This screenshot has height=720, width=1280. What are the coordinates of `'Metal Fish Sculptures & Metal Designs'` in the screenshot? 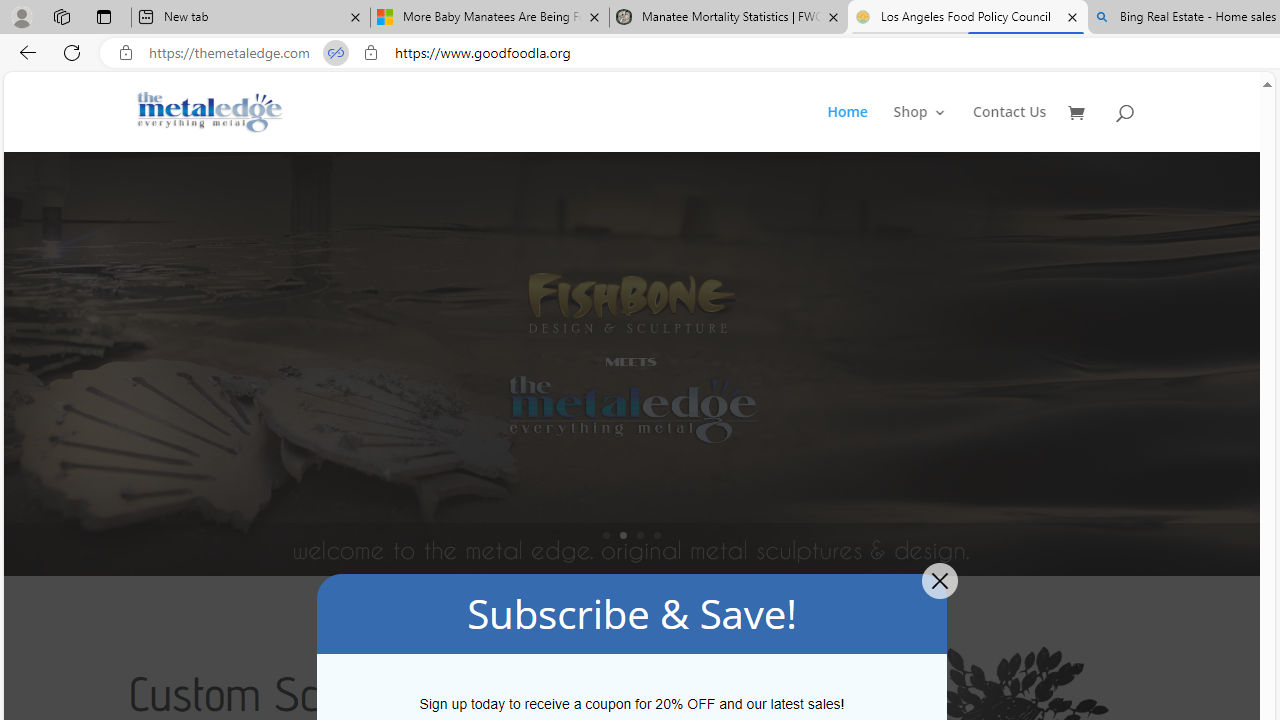 It's located at (210, 111).